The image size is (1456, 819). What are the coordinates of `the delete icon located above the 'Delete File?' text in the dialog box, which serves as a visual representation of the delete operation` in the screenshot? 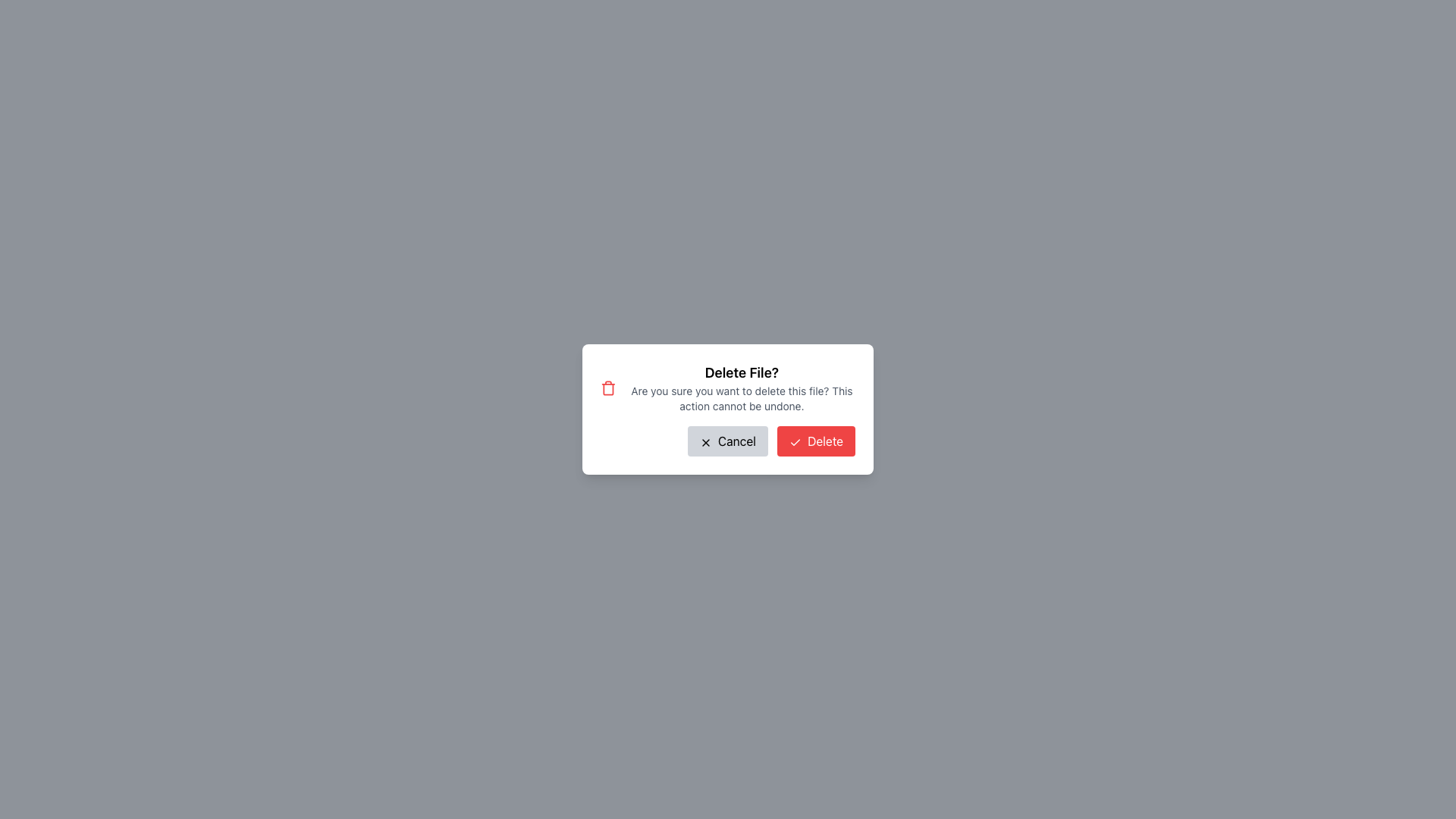 It's located at (608, 388).